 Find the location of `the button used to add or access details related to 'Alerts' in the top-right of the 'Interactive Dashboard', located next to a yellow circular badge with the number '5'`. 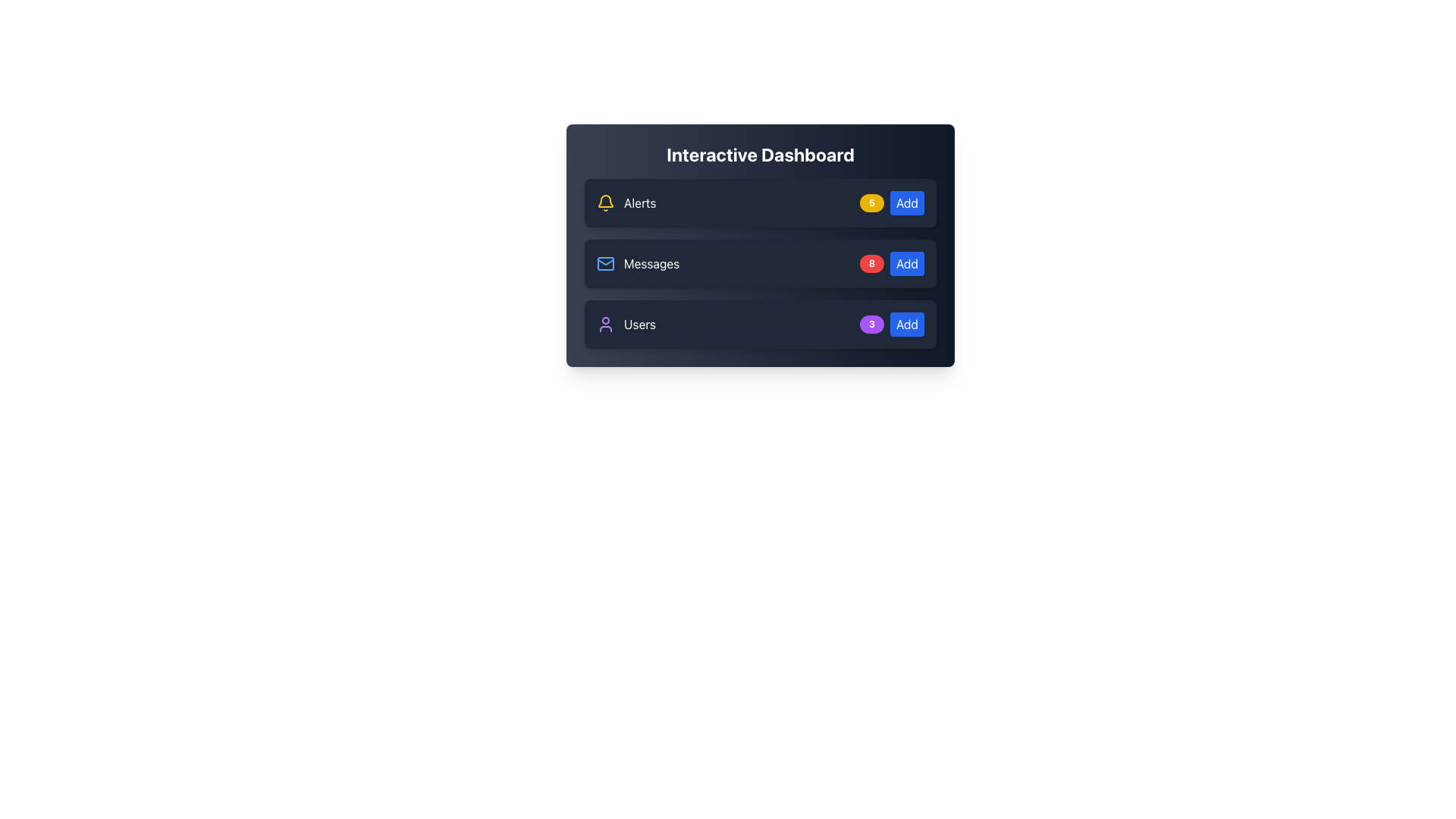

the button used to add or access details related to 'Alerts' in the top-right of the 'Interactive Dashboard', located next to a yellow circular badge with the number '5' is located at coordinates (907, 202).